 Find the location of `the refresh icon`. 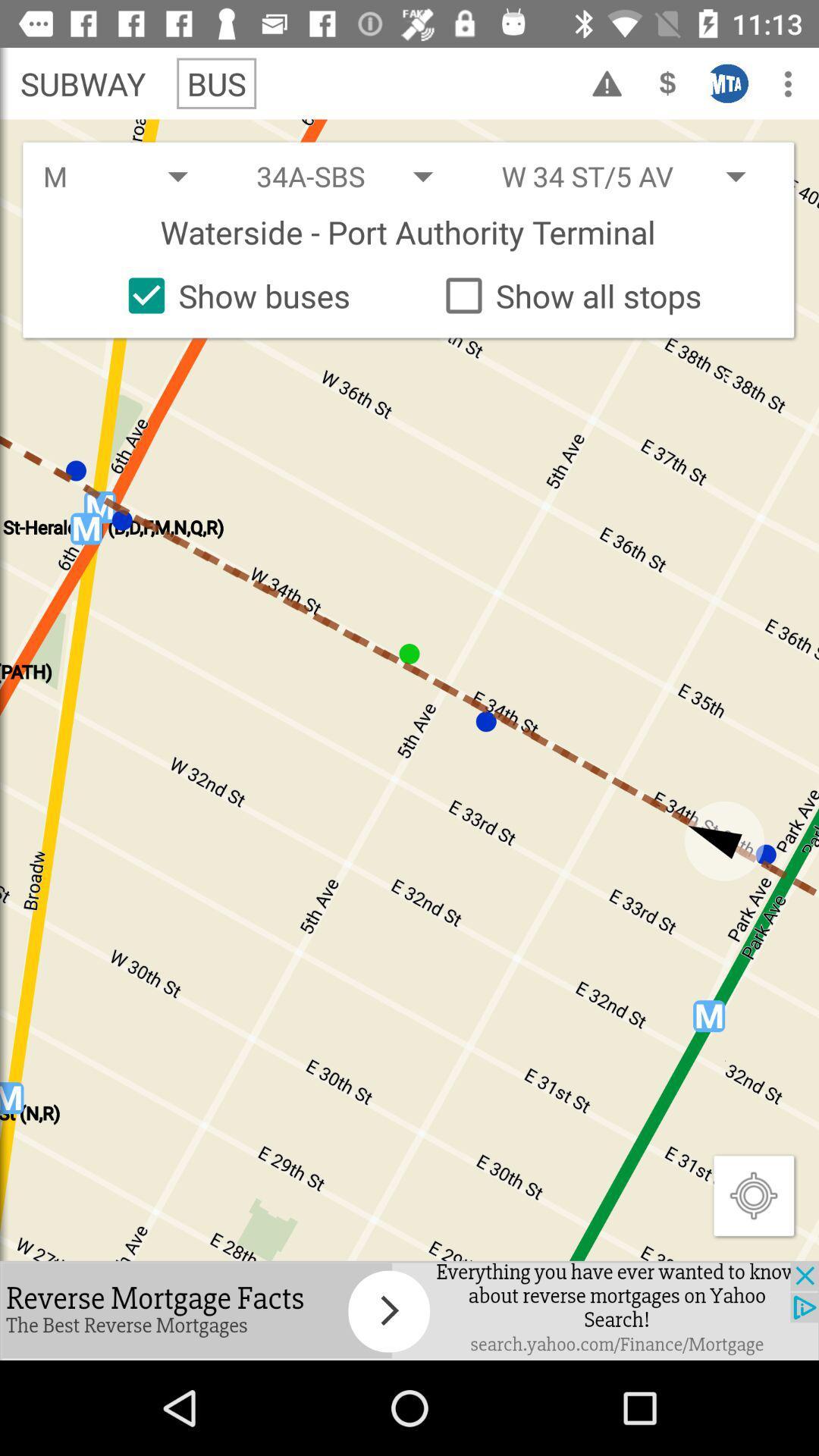

the refresh icon is located at coordinates (667, 83).